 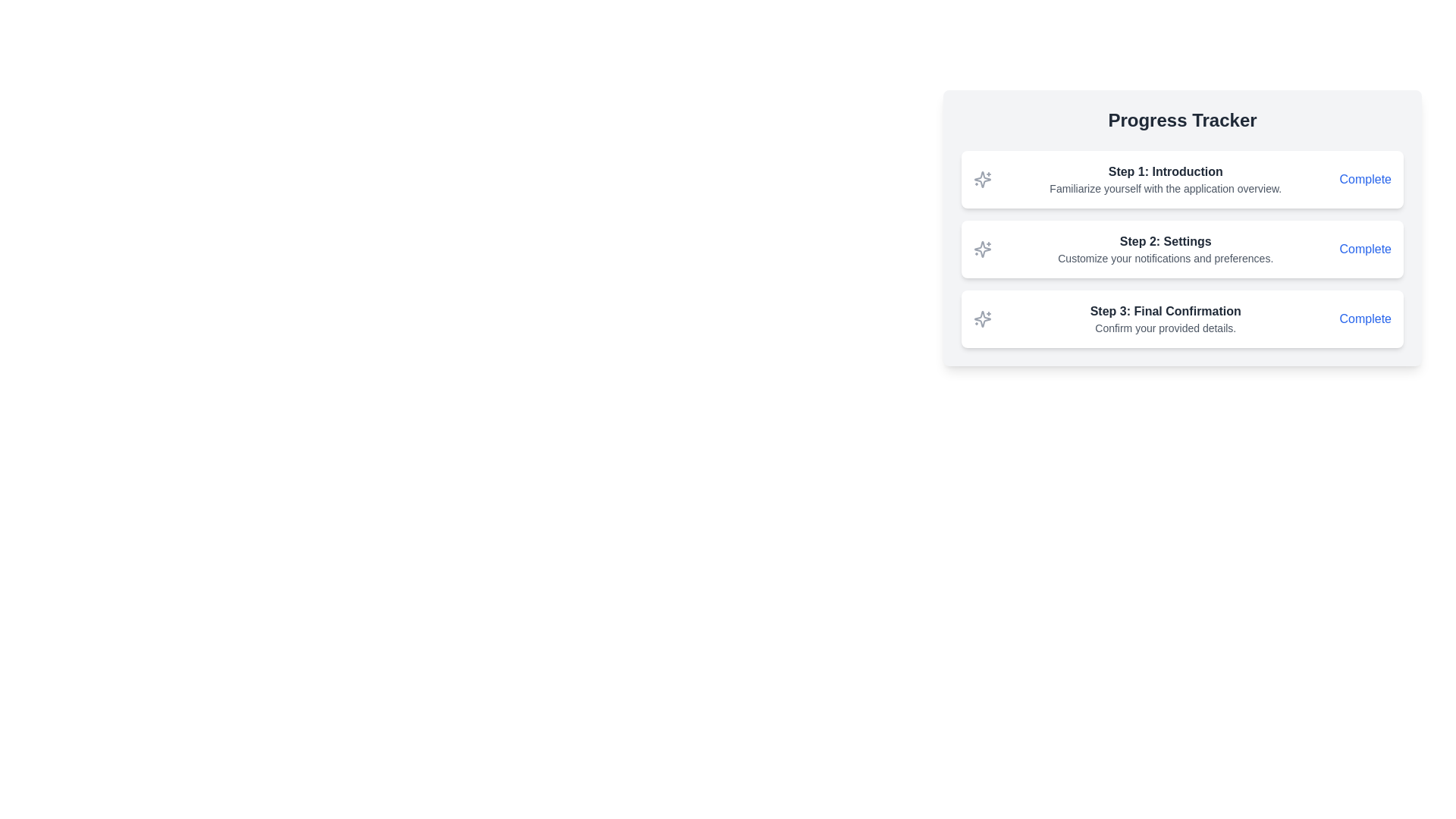 I want to click on text from the Text label element displaying 'Step 1: Introduction' in bold gray font, which is the first step in the progress tracker interface, so click(x=1165, y=171).